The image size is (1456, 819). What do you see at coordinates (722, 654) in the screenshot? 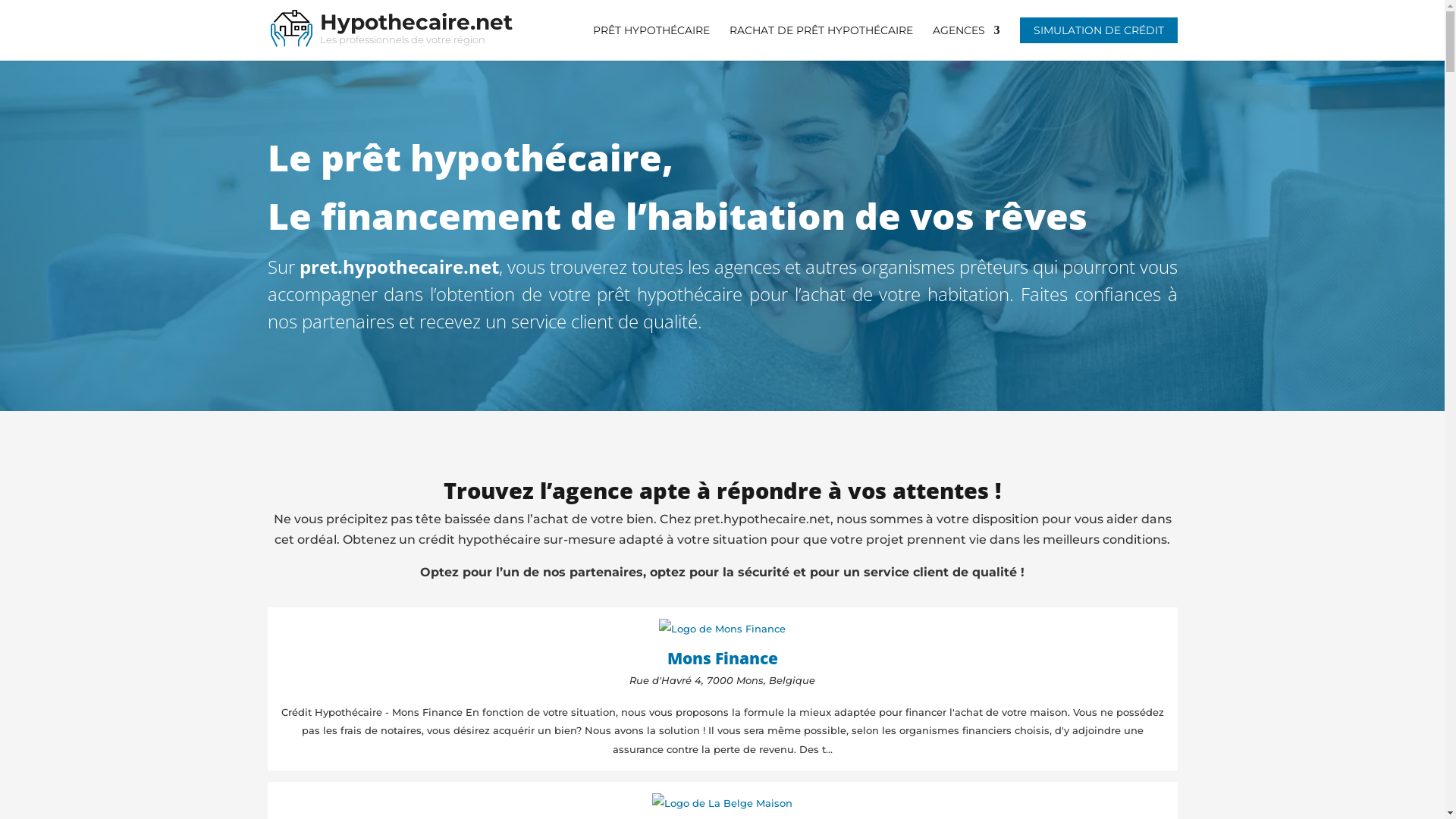
I see `'Mons Finance'` at bounding box center [722, 654].